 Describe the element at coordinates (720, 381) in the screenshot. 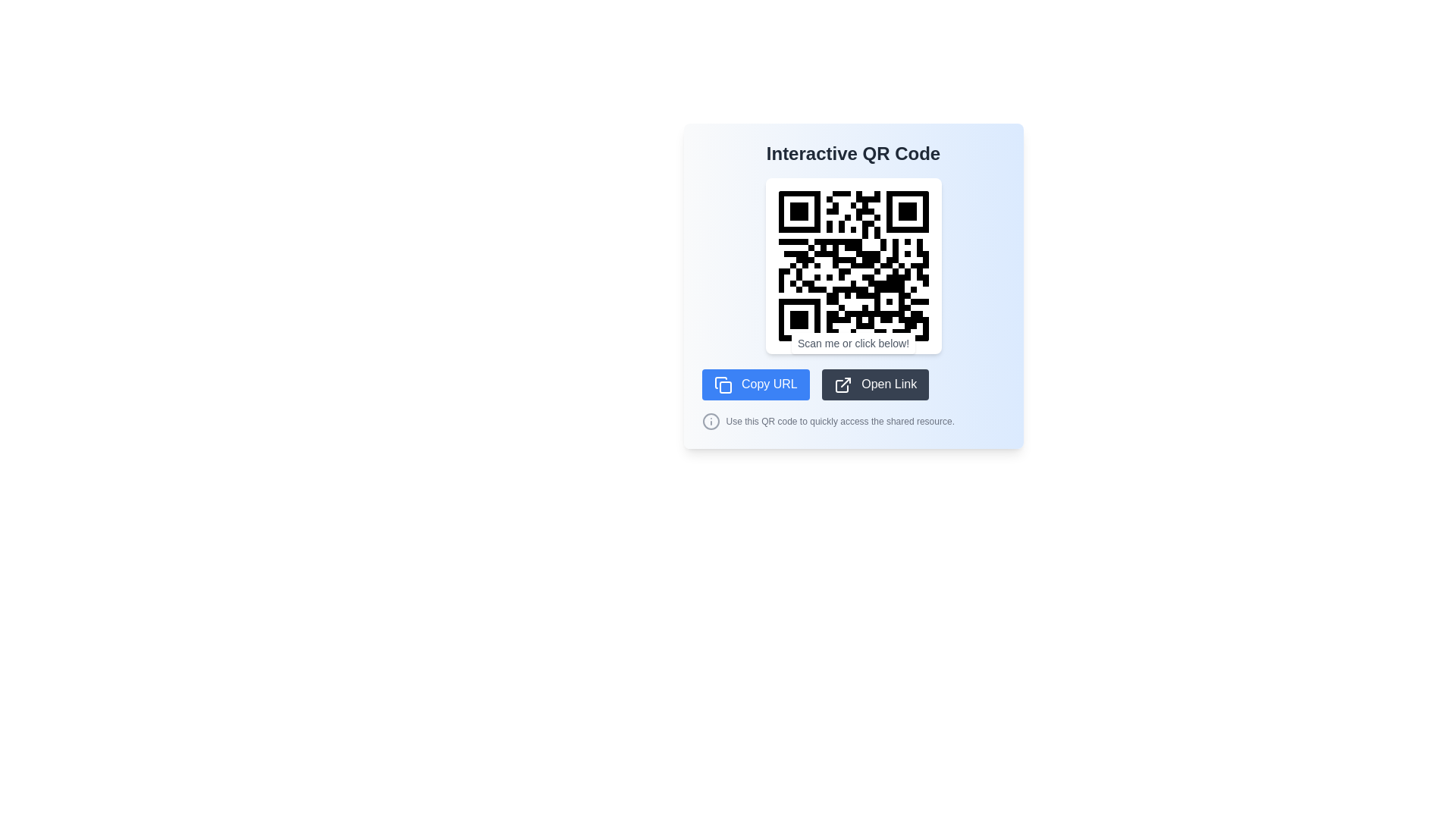

I see `the graphical icon component resembling a rounded rectangular shape, which is part of the copy or duplication-related iconography, located near the top-right corner of the interface` at that location.